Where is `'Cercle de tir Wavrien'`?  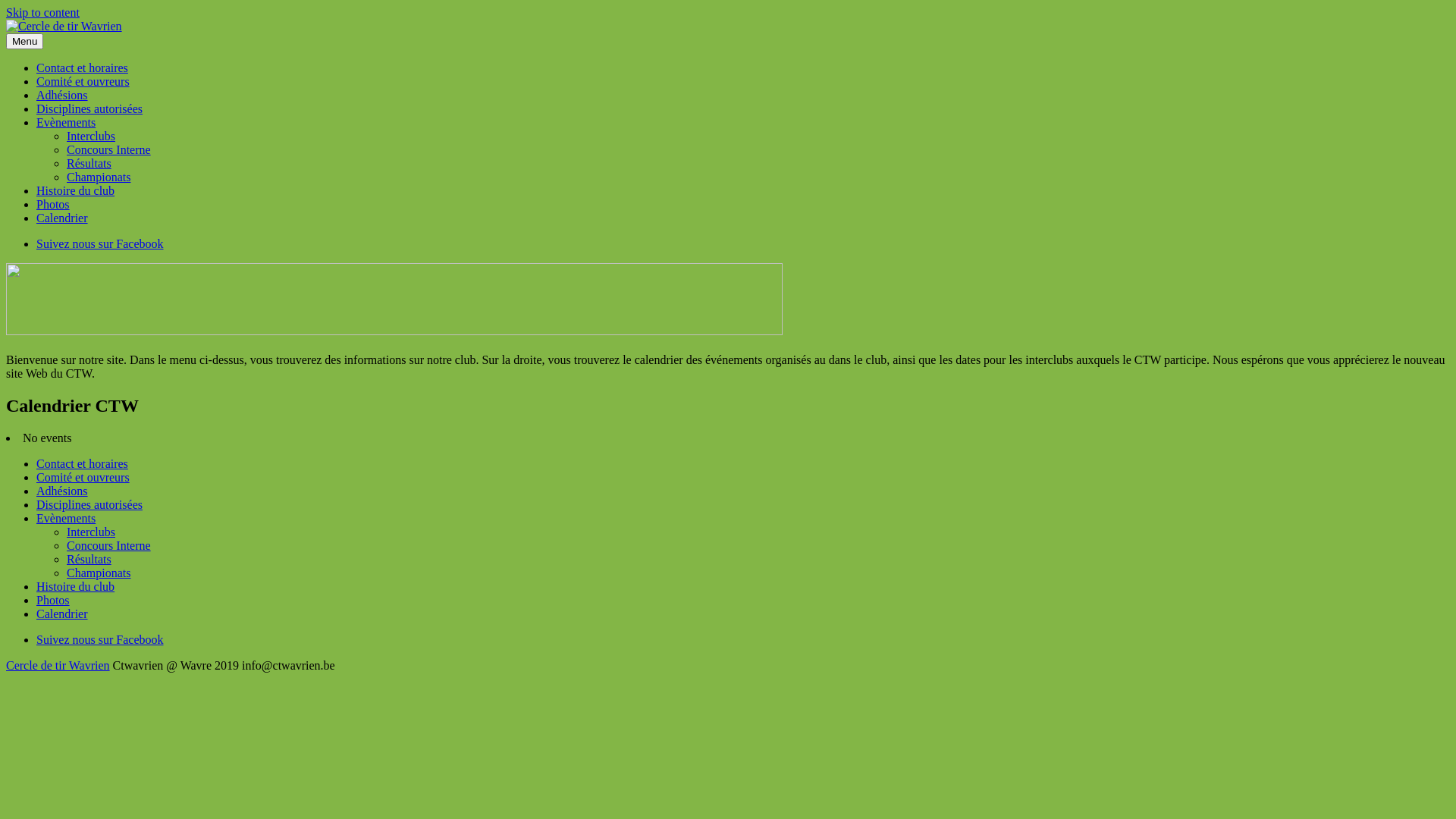 'Cercle de tir Wavrien' is located at coordinates (58, 51).